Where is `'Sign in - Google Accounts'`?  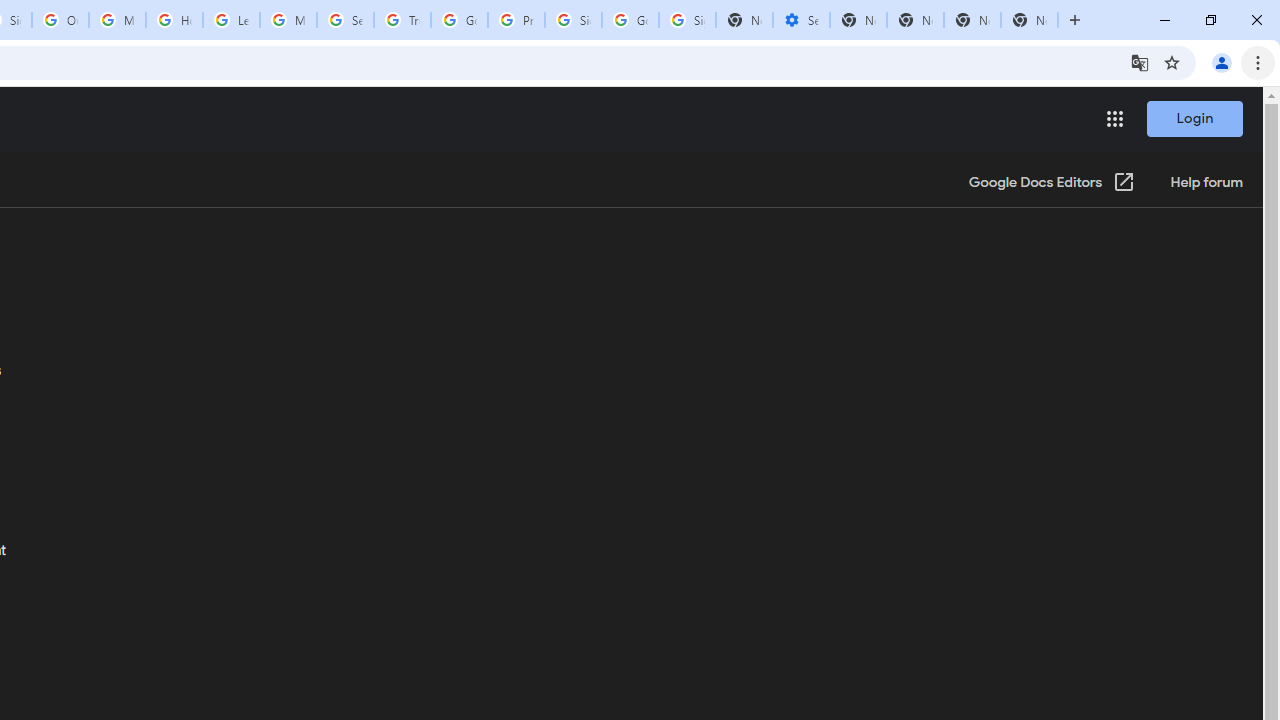
'Sign in - Google Accounts' is located at coordinates (572, 20).